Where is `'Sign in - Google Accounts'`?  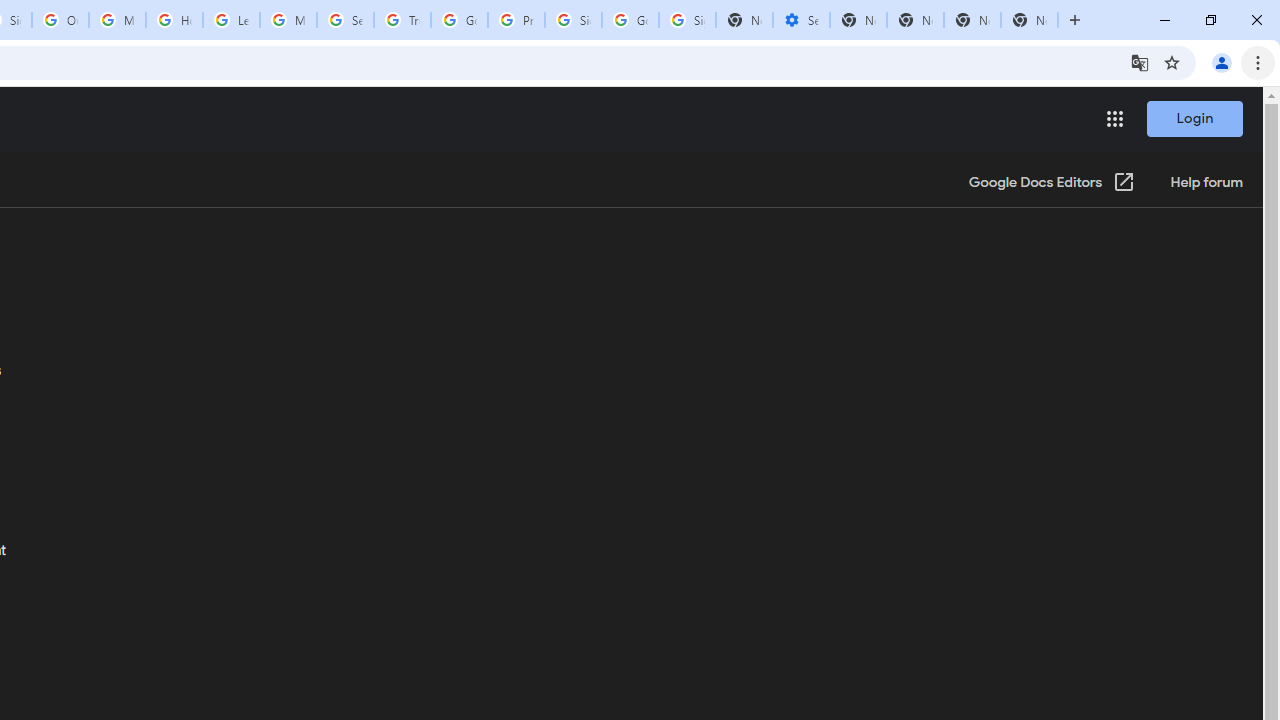
'Sign in - Google Accounts' is located at coordinates (572, 20).